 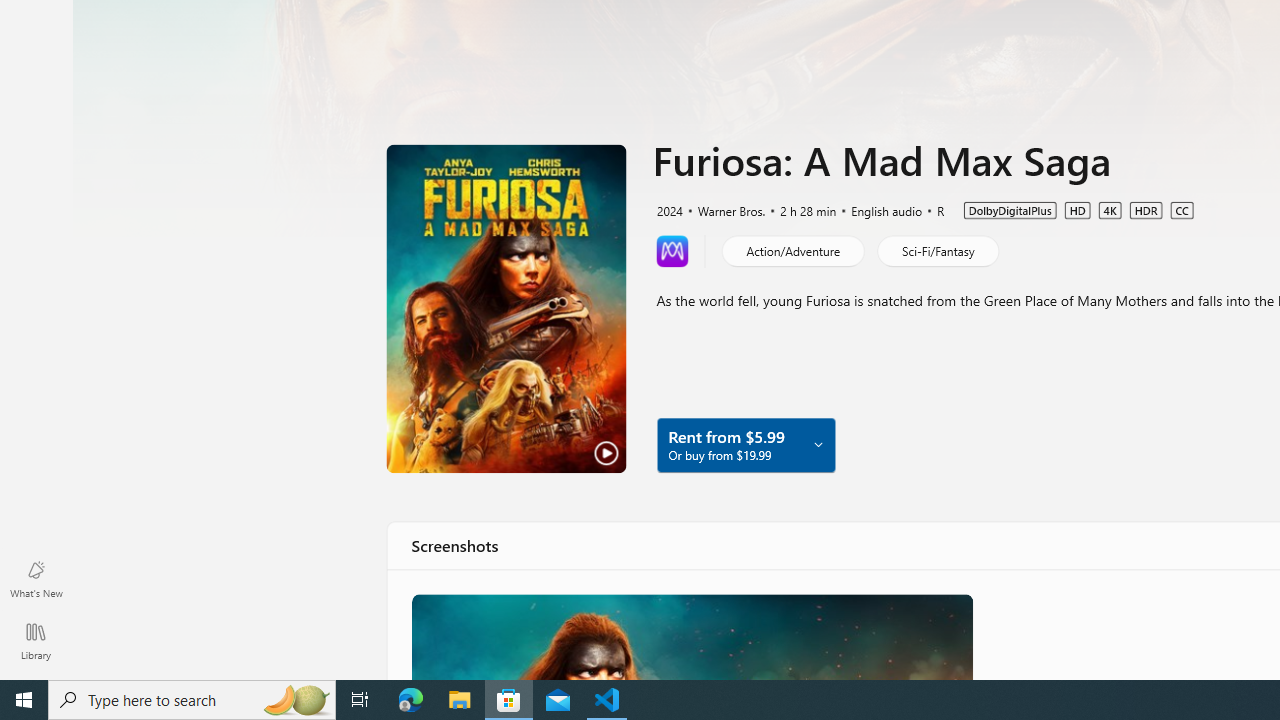 What do you see at coordinates (791, 249) in the screenshot?
I see `'Action/Adventure'` at bounding box center [791, 249].